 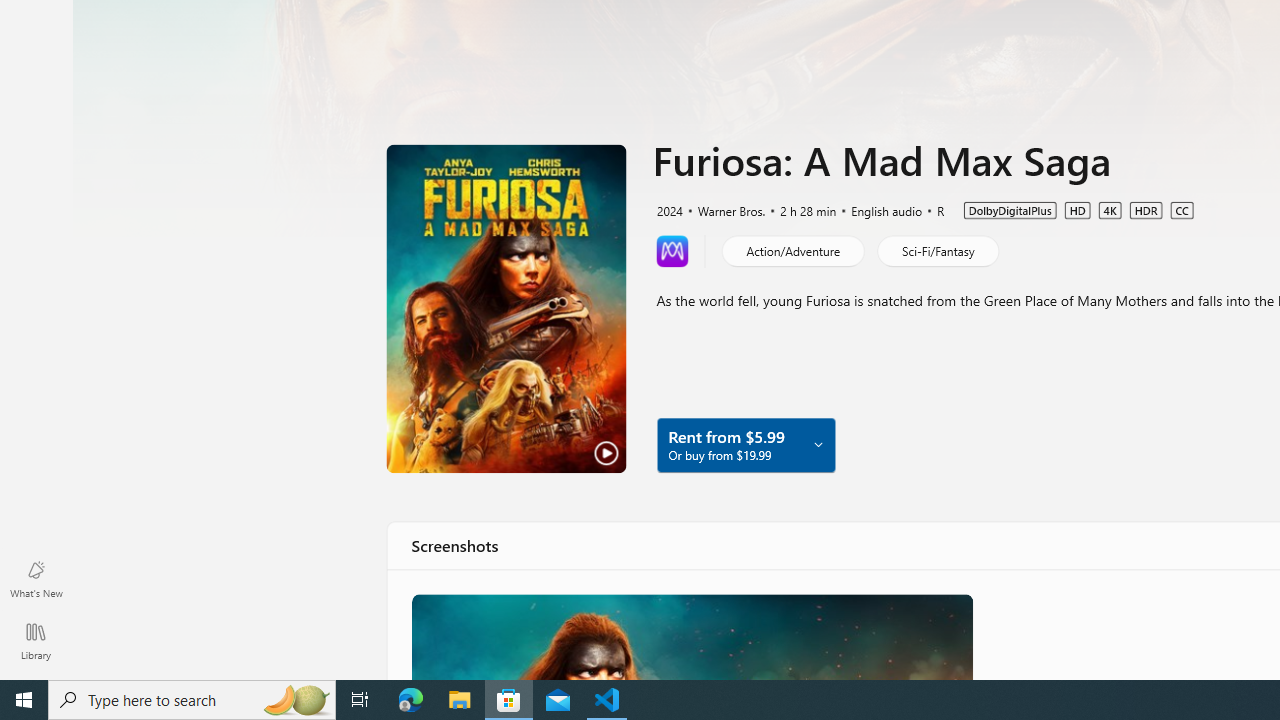 What do you see at coordinates (791, 249) in the screenshot?
I see `'Action/Adventure'` at bounding box center [791, 249].